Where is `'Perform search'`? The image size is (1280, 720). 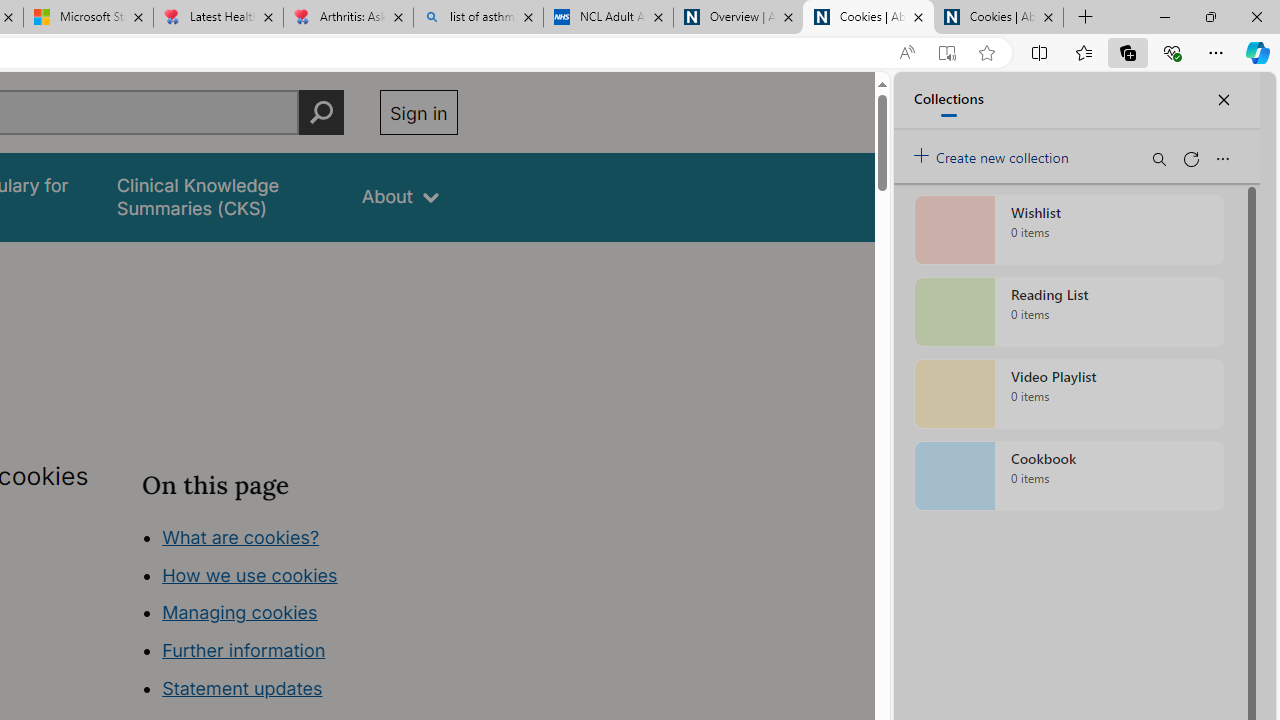
'Perform search' is located at coordinates (321, 112).